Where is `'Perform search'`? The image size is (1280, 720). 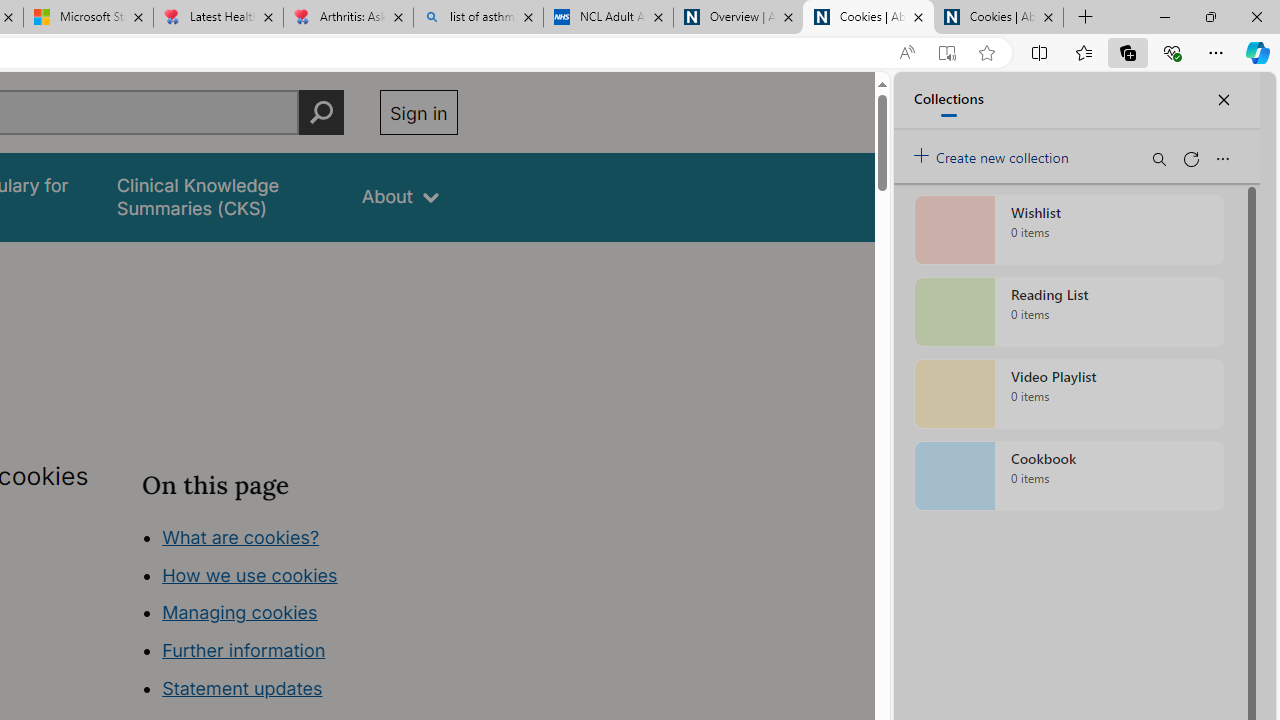
'Perform search' is located at coordinates (321, 112).